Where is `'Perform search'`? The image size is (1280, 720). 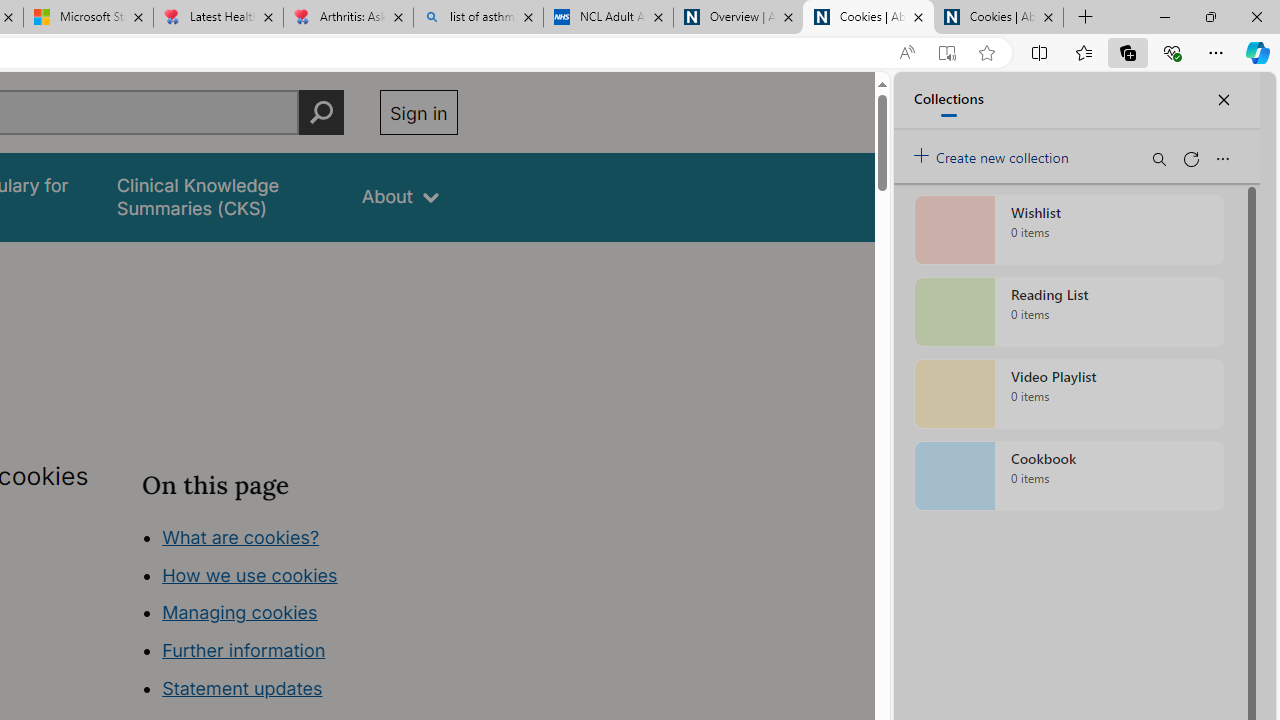
'Perform search' is located at coordinates (321, 112).